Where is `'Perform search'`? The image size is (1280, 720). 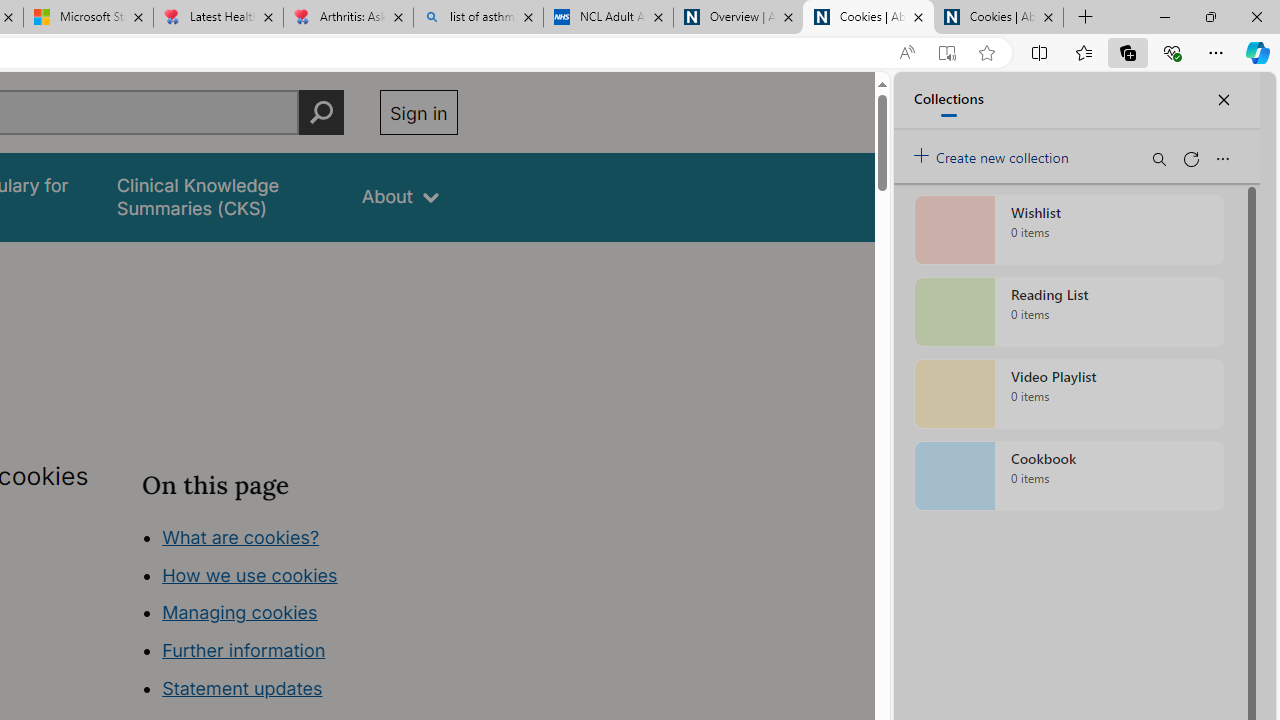
'Perform search' is located at coordinates (321, 112).